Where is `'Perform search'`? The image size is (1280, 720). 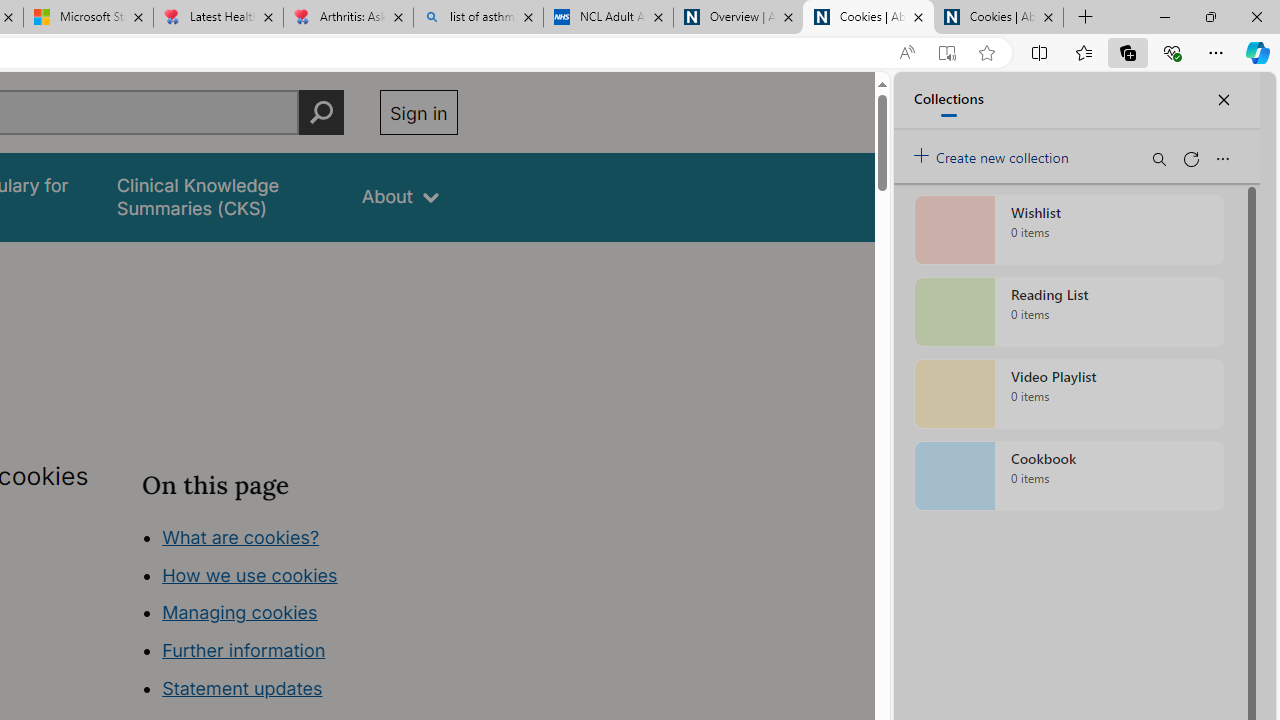
'Perform search' is located at coordinates (321, 112).